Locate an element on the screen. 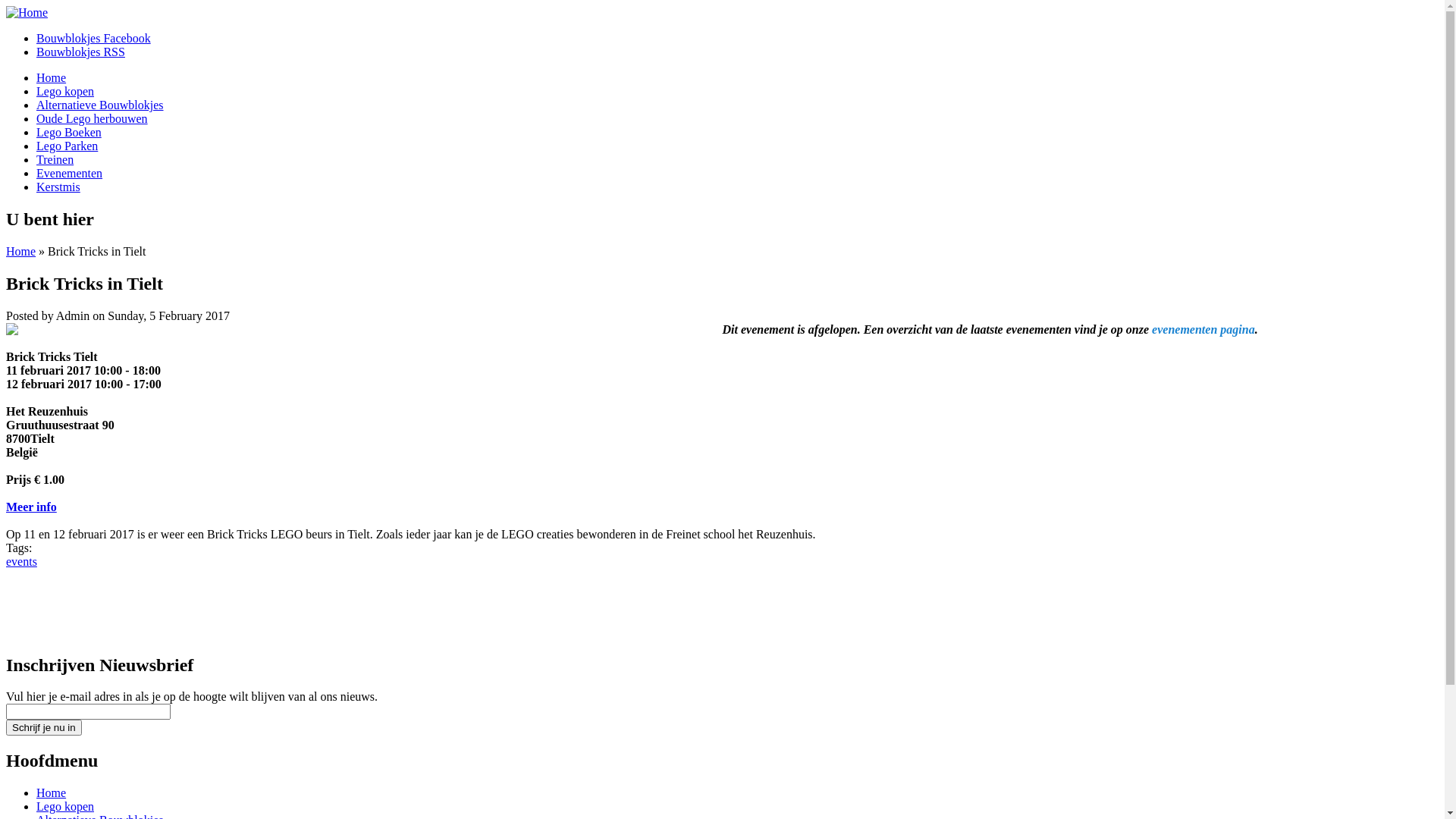  'events' is located at coordinates (21, 561).